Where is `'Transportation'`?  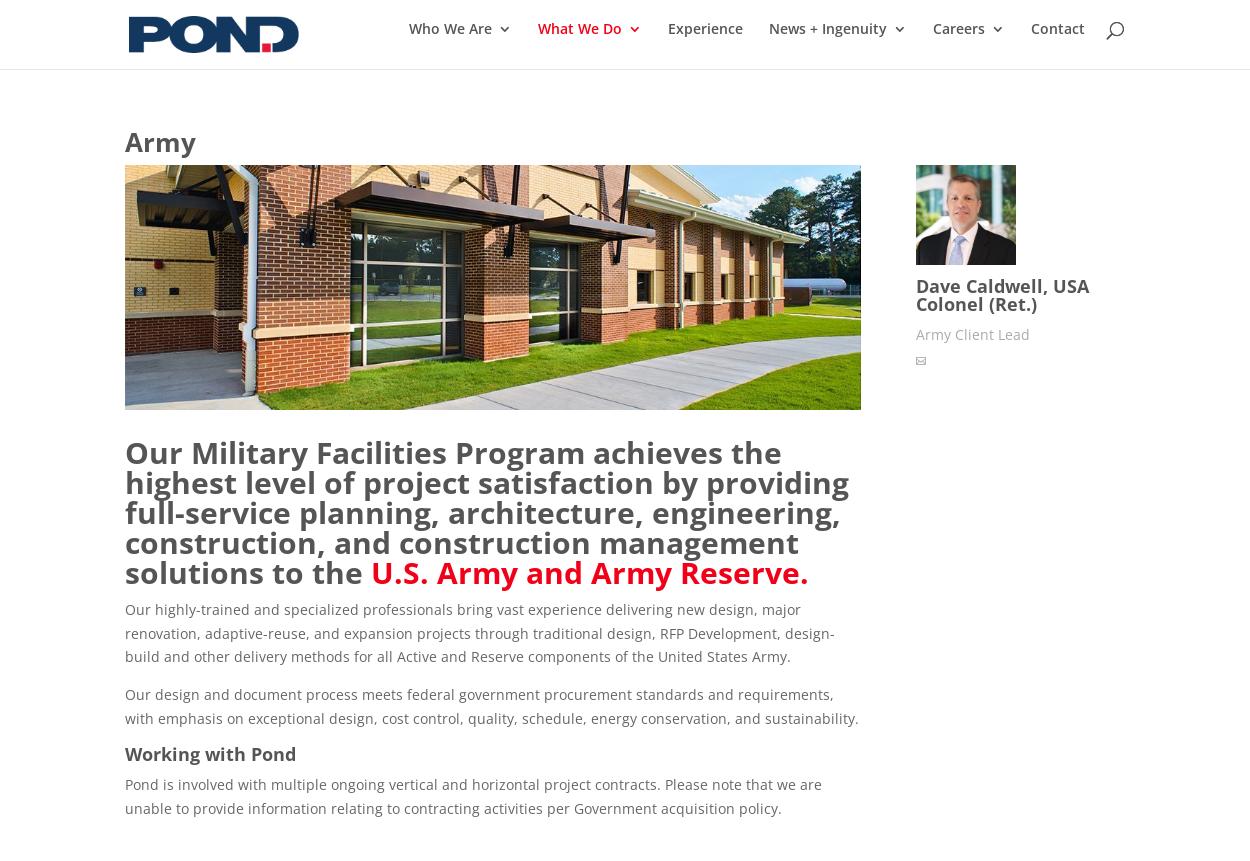 'Transportation' is located at coordinates (577, 266).